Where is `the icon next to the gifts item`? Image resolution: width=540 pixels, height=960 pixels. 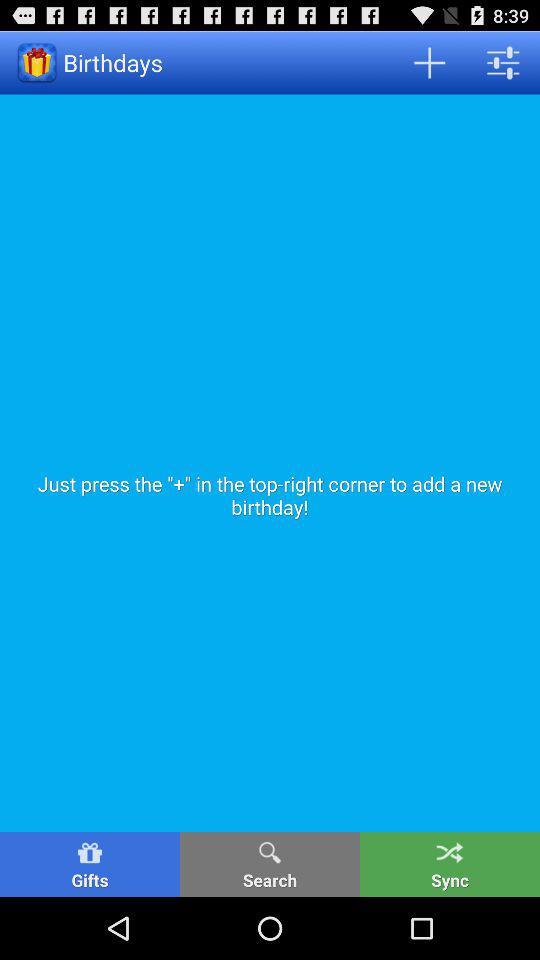 the icon next to the gifts item is located at coordinates (270, 863).